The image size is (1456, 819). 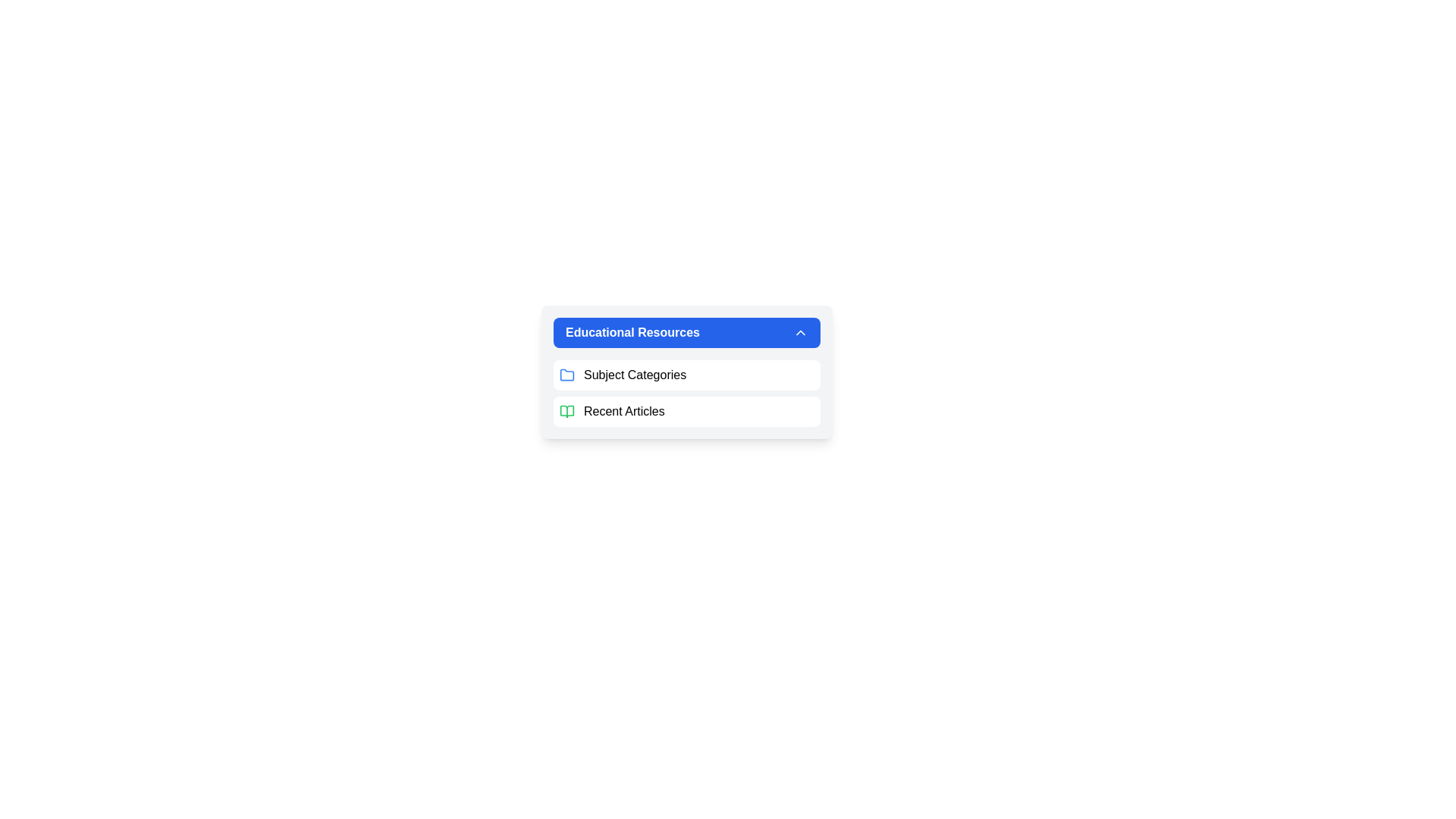 I want to click on text content of the label displaying 'Subject Categories', which is located under the main heading in the 'Educational Resources' section, to the right of a folder icon, so click(x=635, y=375).